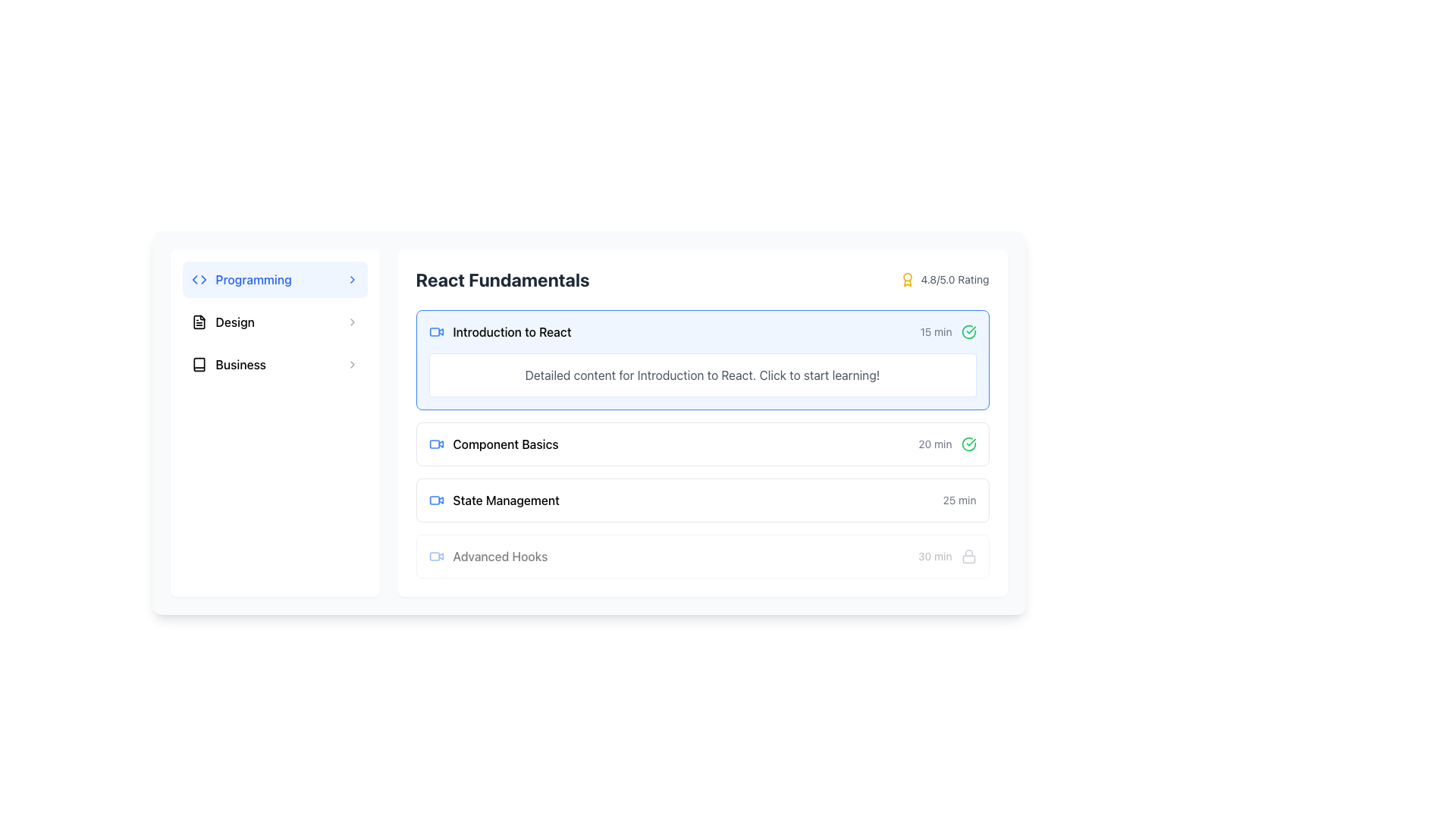 The width and height of the screenshot is (1456, 819). What do you see at coordinates (968, 556) in the screenshot?
I see `the state of the lock icon, which is a muted gray icon with a circular shackle and rounded rectangular body, positioned next to the '30 min' text in the 'Advanced Hooks' list item` at bounding box center [968, 556].